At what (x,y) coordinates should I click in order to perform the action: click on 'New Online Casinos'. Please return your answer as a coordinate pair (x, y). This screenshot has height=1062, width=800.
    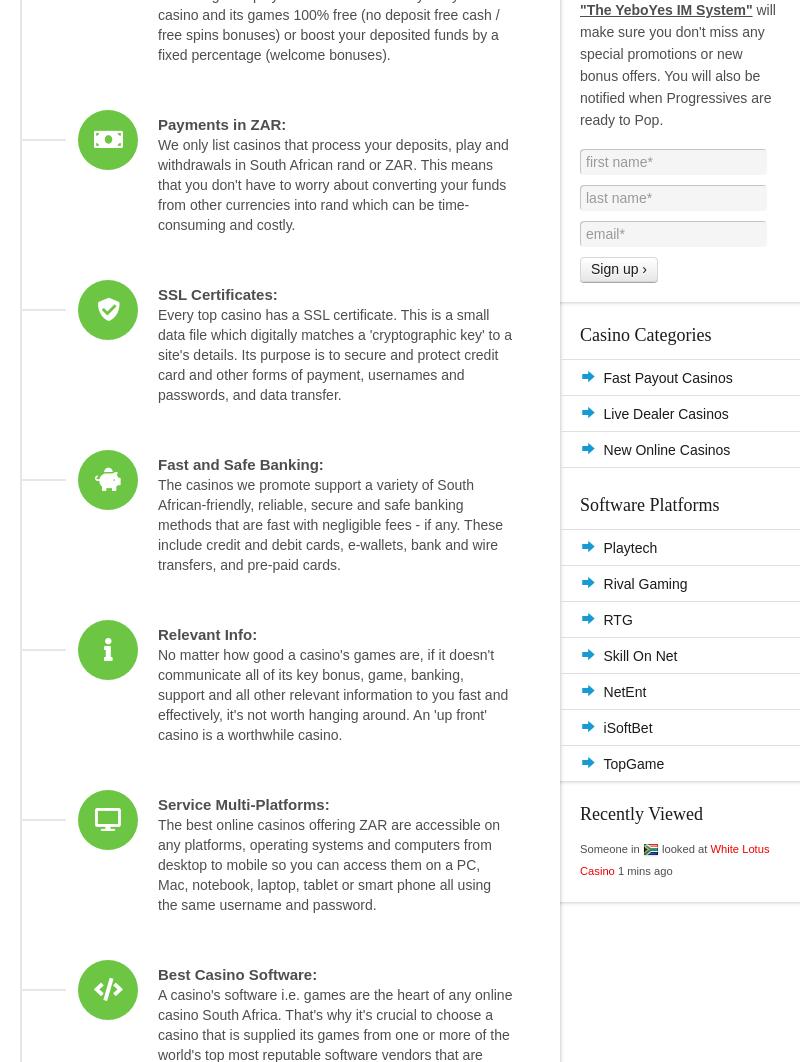
    Looking at the image, I should click on (603, 448).